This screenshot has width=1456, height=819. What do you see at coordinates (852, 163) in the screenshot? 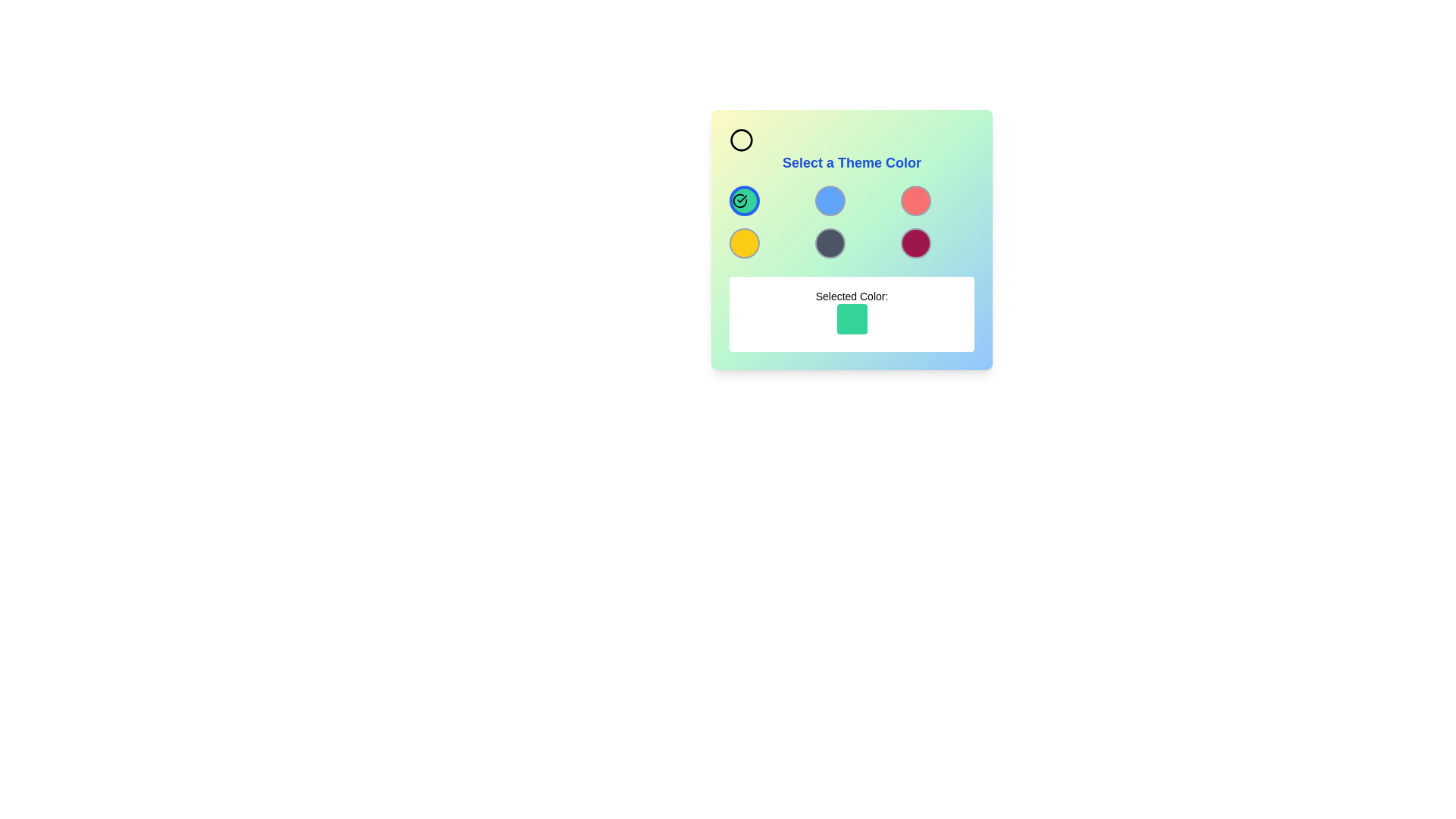
I see `descriptive heading text located centrally at the top of the color selection panel, right below the circular icon` at bounding box center [852, 163].